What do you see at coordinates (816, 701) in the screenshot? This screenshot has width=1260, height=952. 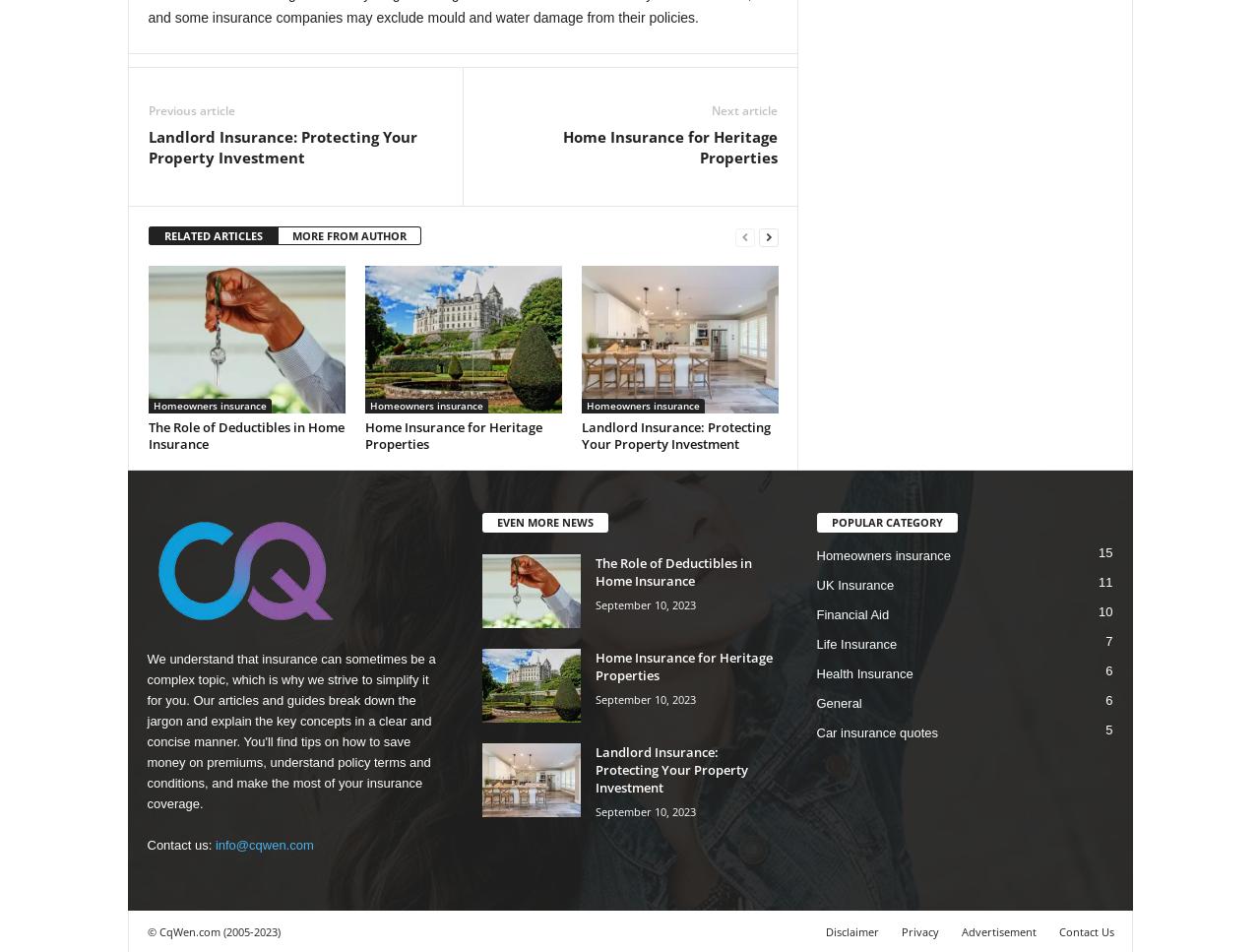 I see `'General'` at bounding box center [816, 701].